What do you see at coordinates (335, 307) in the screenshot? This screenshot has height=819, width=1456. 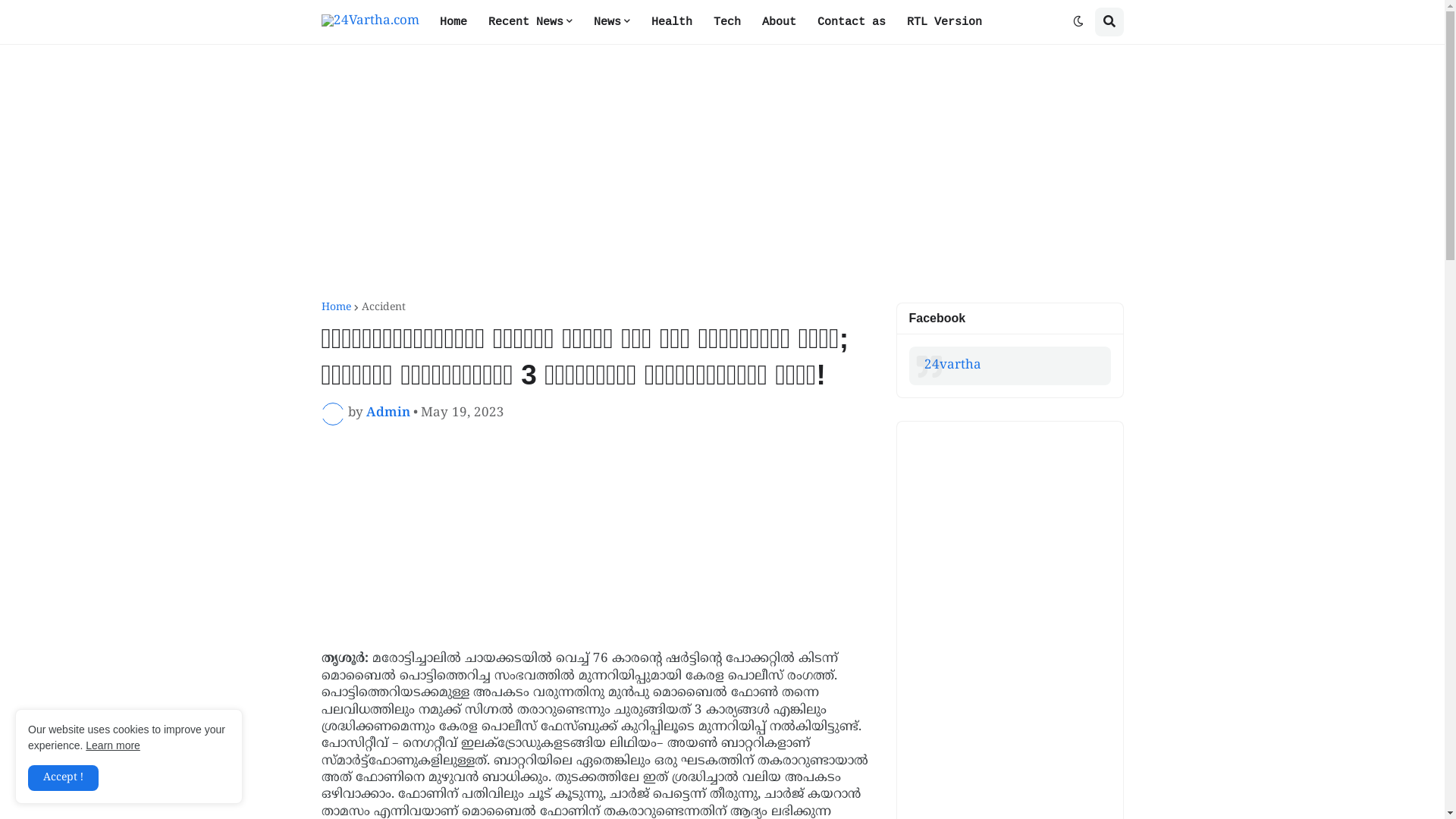 I see `'Home'` at bounding box center [335, 307].